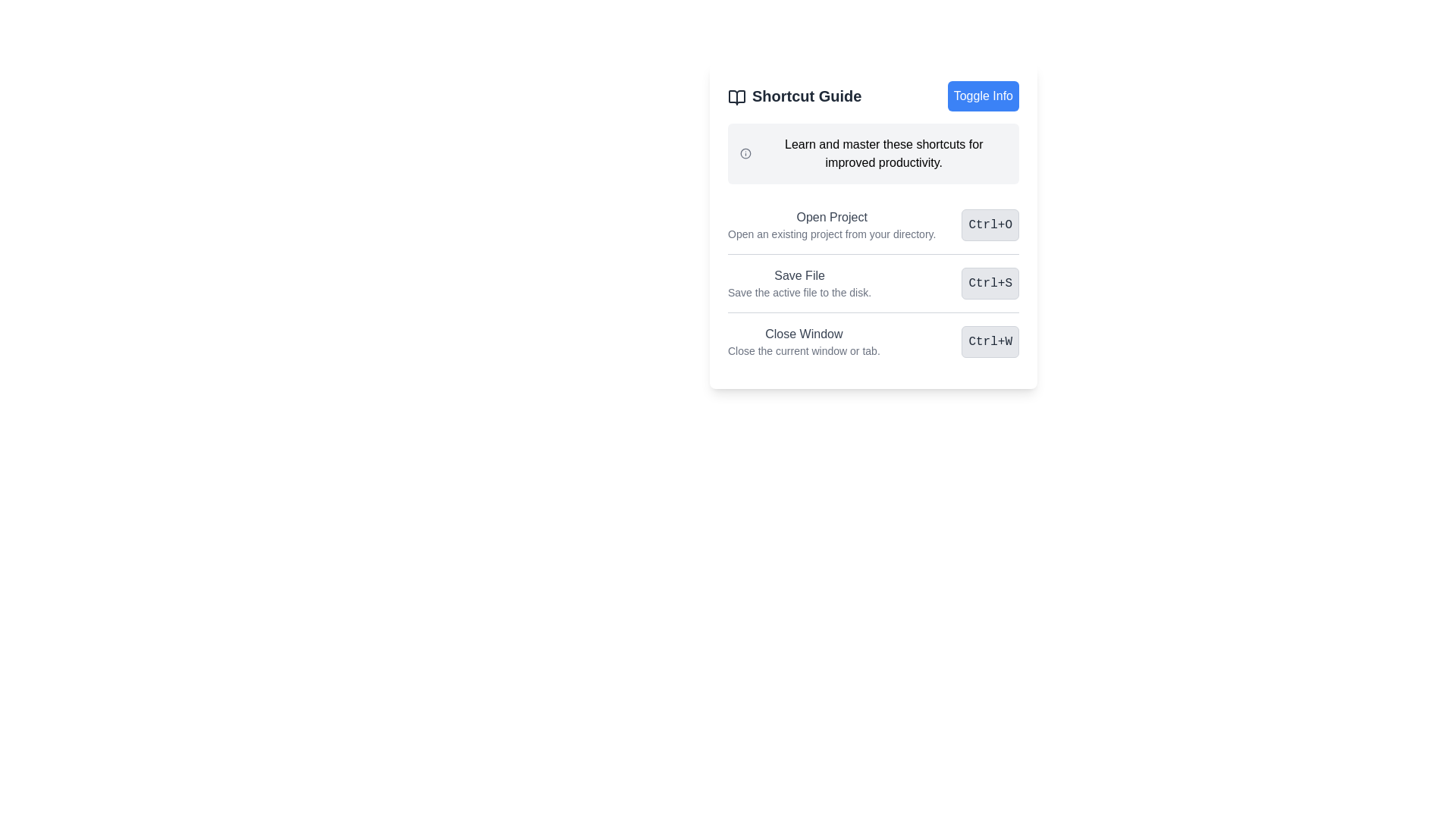  What do you see at coordinates (736, 96) in the screenshot?
I see `the Decorative Icon located in the top-left portion of the 'Shortcut Guide' panel, which serves as a visual cue related to the content of the section` at bounding box center [736, 96].